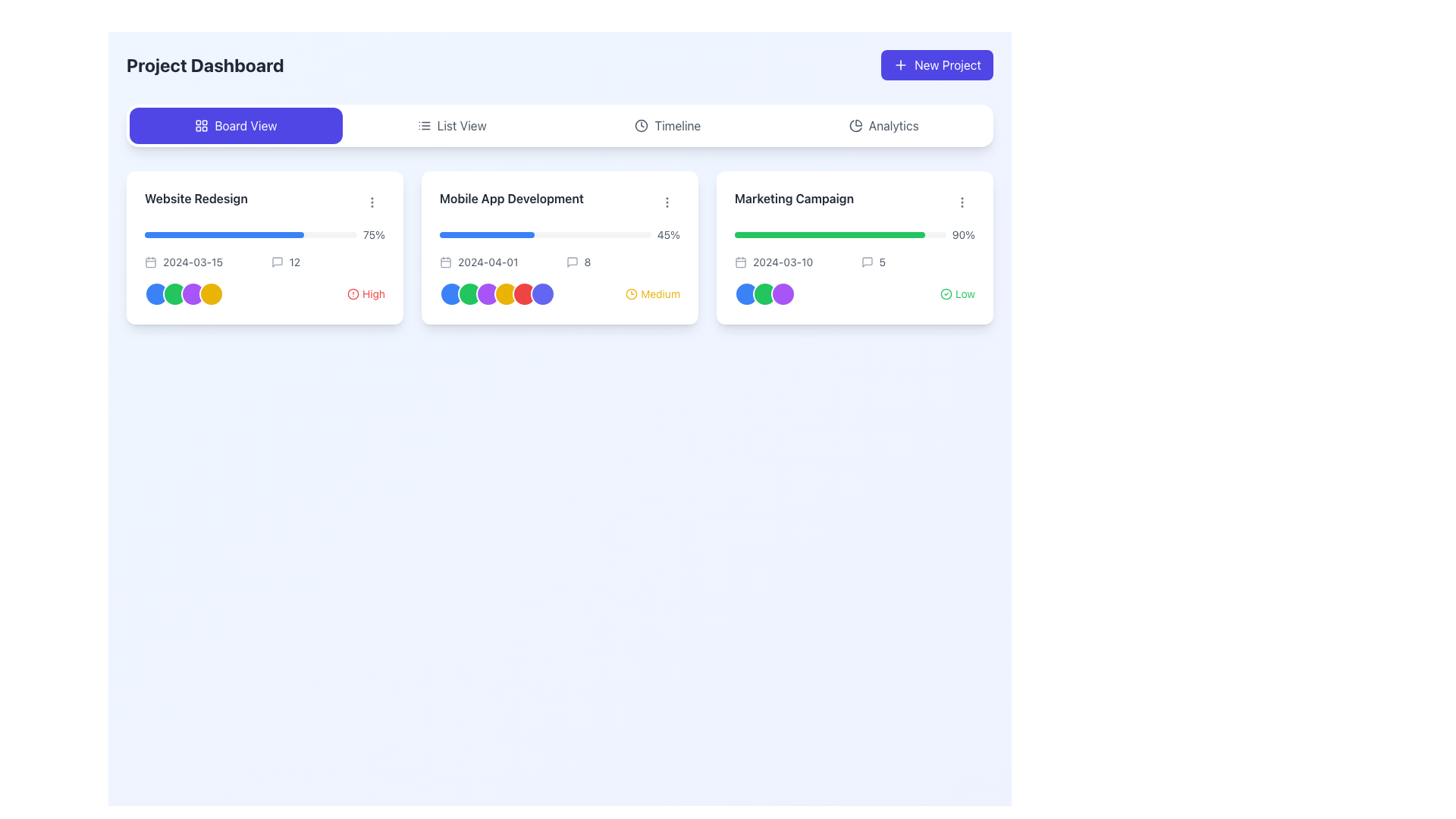 This screenshot has height=819, width=1456. I want to click on the leftmost circular icon with a blue background and a white border, located at the bottom-left corner of the 'Website Redesign' project card, so click(156, 294).